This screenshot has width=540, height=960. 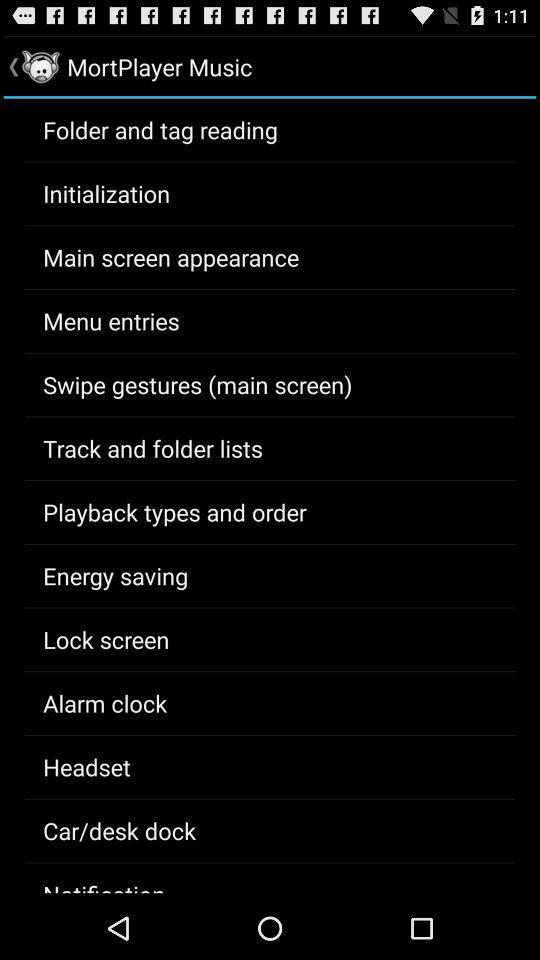 I want to click on the app below track and folder icon, so click(x=174, y=511).